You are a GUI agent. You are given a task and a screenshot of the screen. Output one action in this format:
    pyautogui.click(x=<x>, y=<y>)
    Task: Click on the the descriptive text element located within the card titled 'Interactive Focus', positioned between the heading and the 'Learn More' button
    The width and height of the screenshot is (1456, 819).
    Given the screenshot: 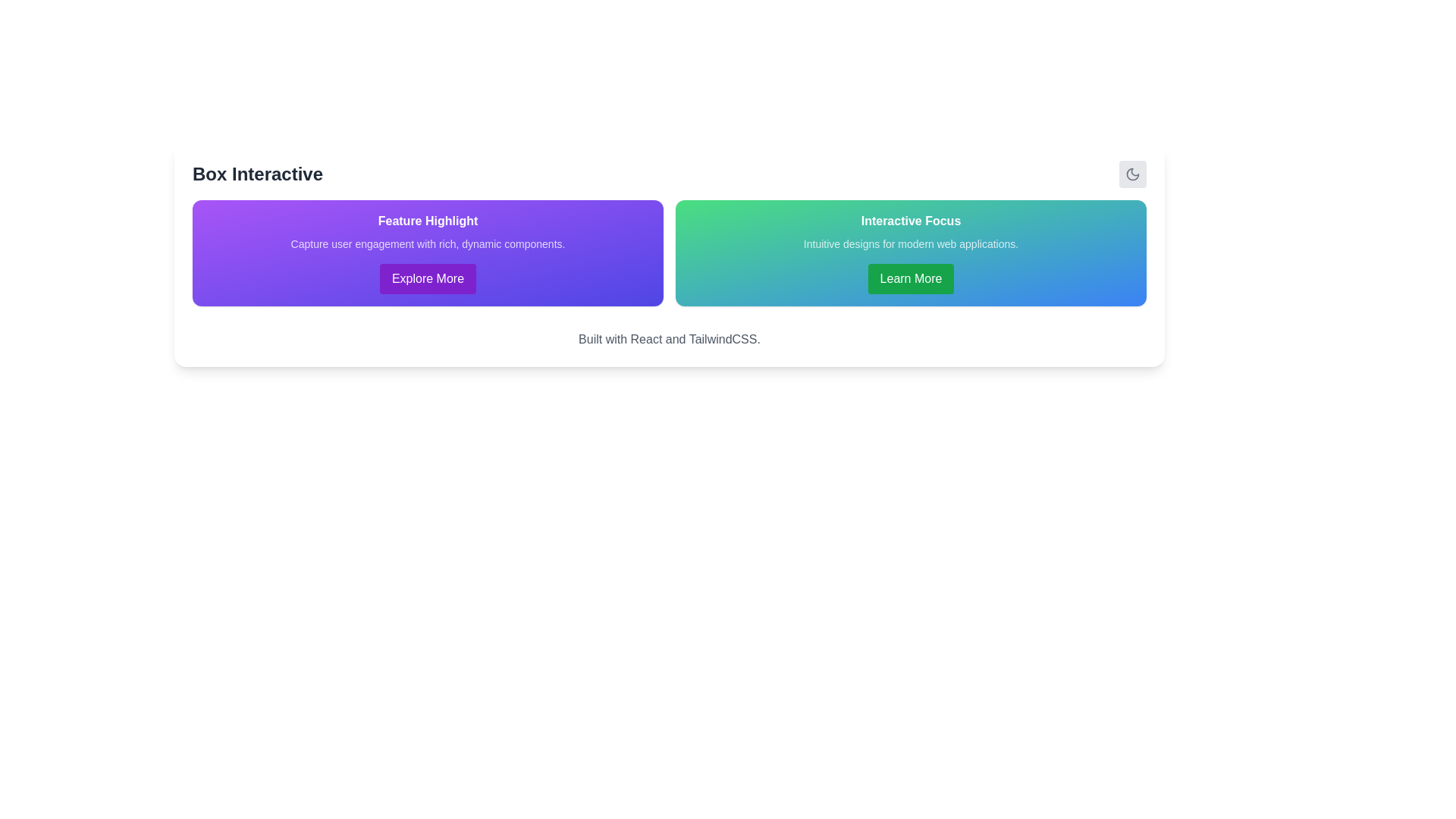 What is the action you would take?
    pyautogui.click(x=910, y=243)
    